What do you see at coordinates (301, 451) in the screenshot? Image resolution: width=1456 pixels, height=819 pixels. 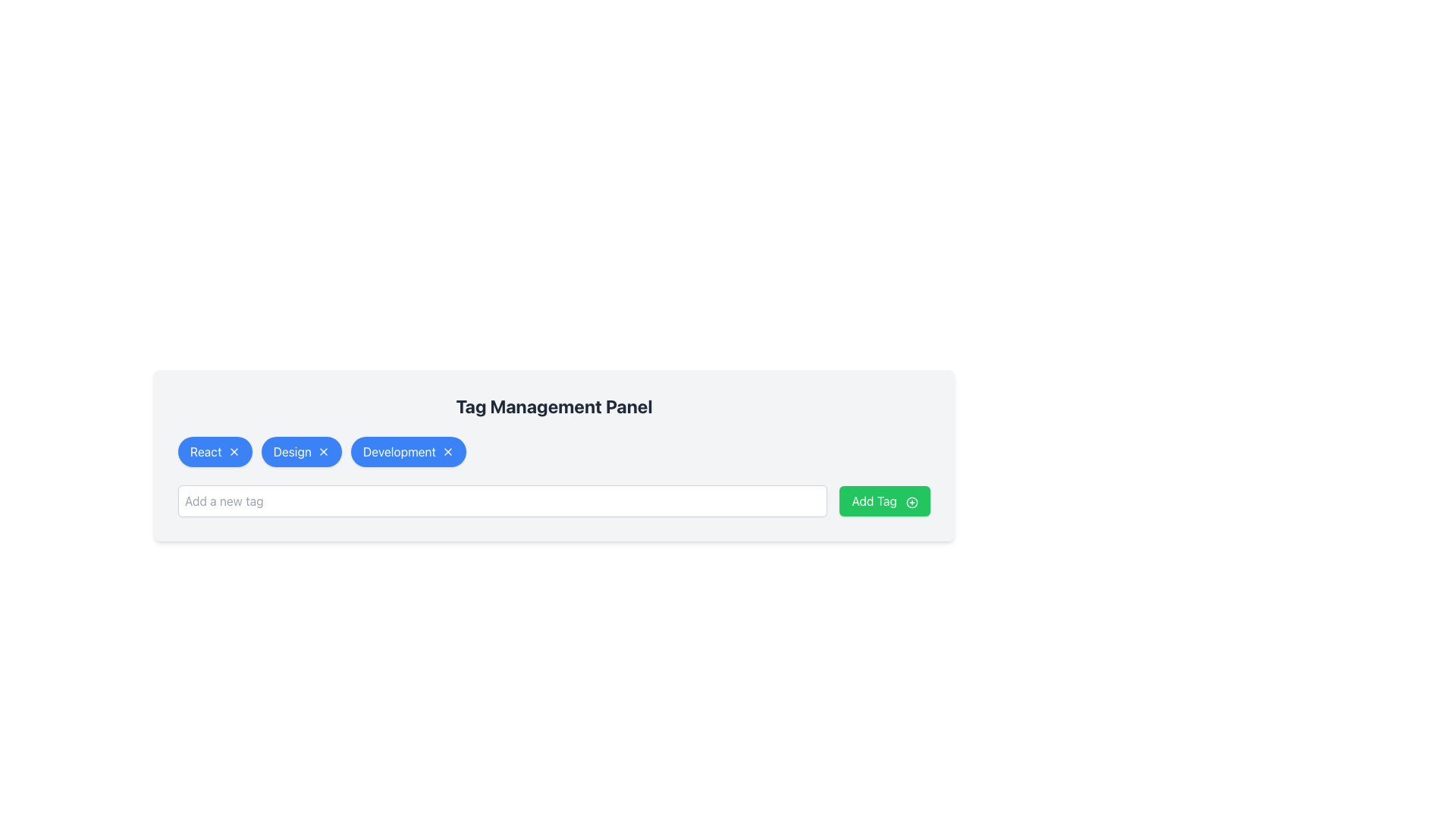 I see `the 'Design' tag element using keyboard for accessibility` at bounding box center [301, 451].